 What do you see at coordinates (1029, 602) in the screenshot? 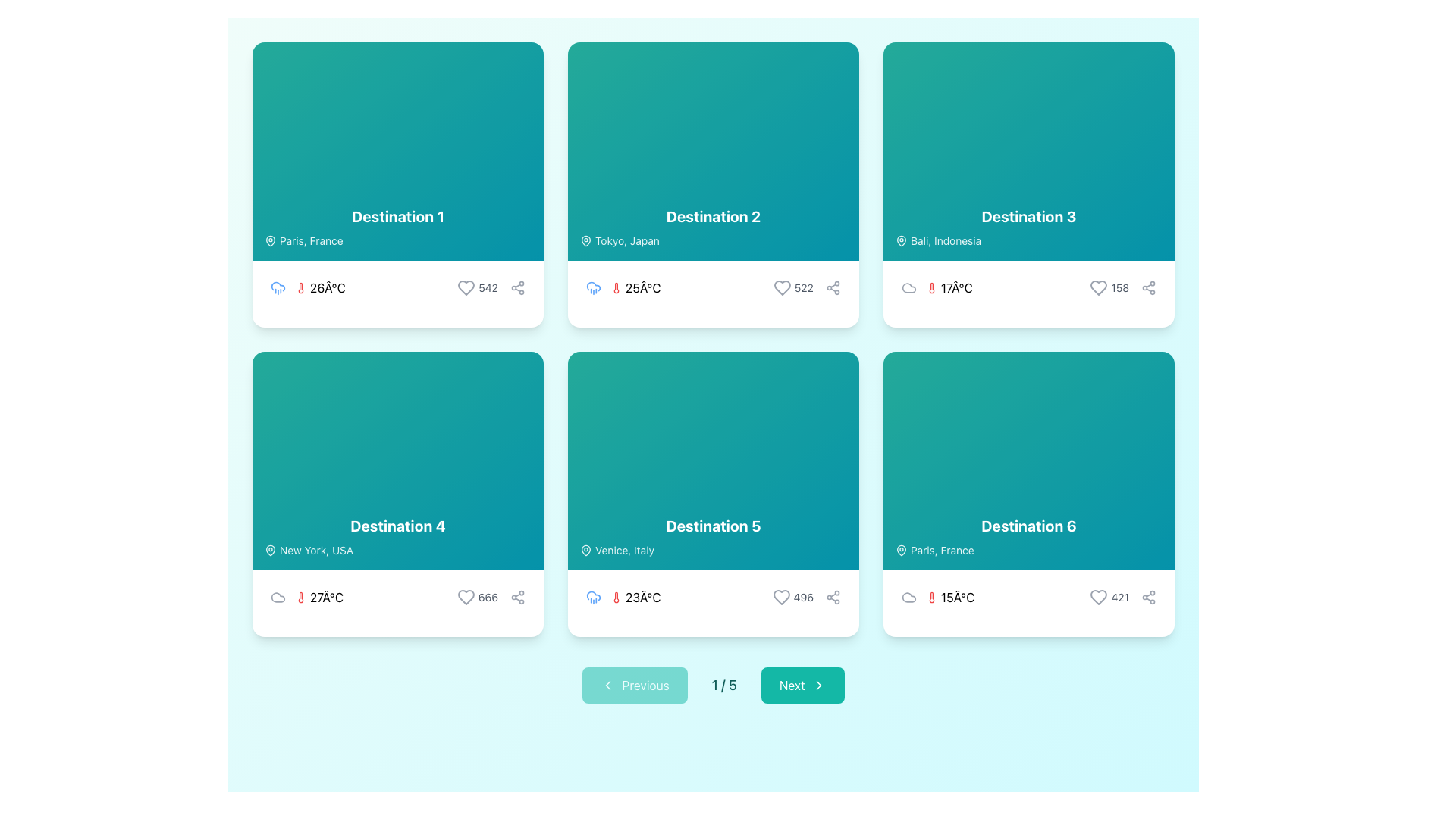
I see `the icons in the information display that shows '15°C' and '421' located at the bottom of the card labeled 'Destination 6'` at bounding box center [1029, 602].